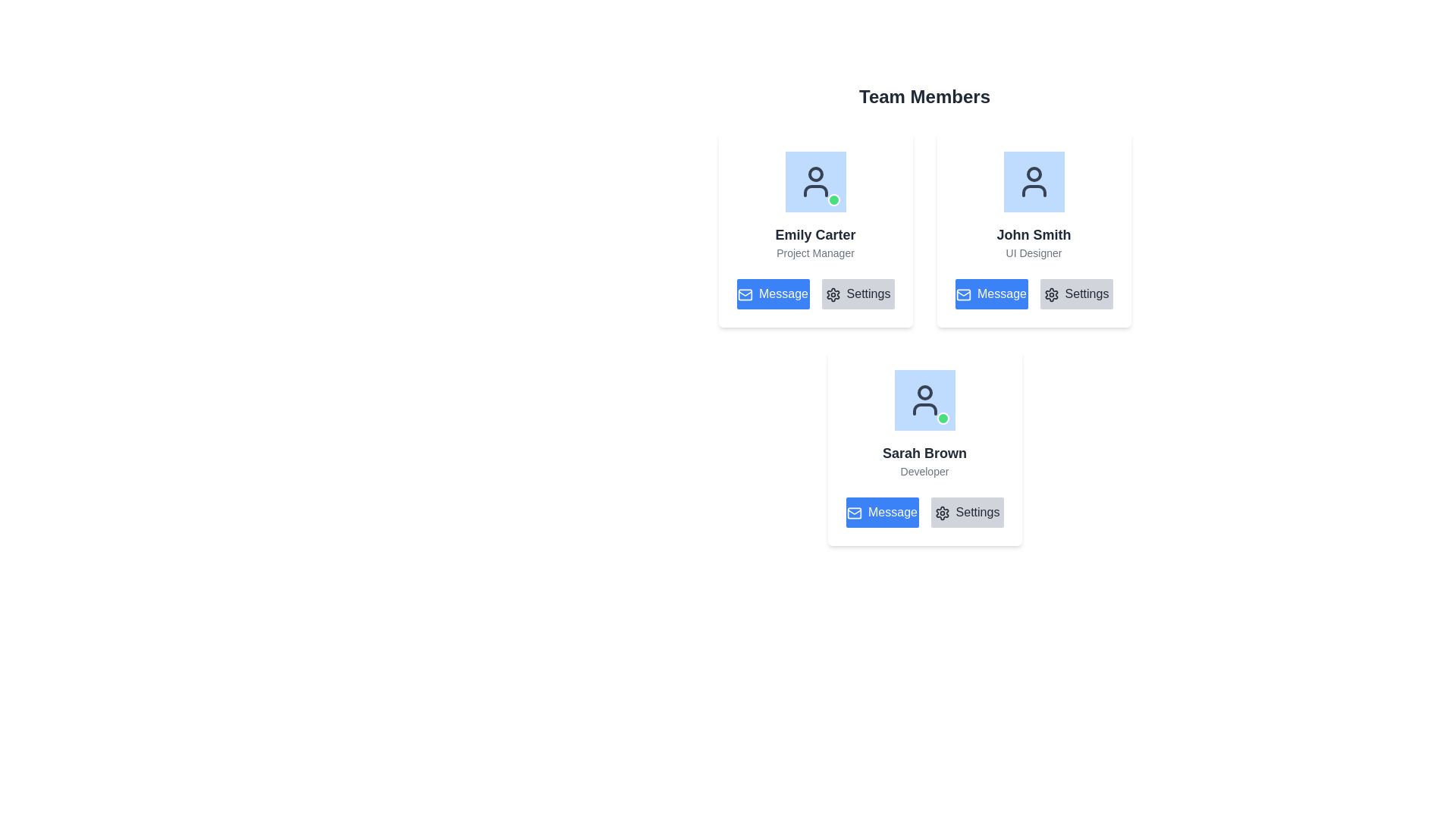  What do you see at coordinates (963, 294) in the screenshot?
I see `the rectangle element of the envelope icon associated with the 'Message' button for John Smith, UI Designer's profile card located in the top-right corner of the grid layout` at bounding box center [963, 294].